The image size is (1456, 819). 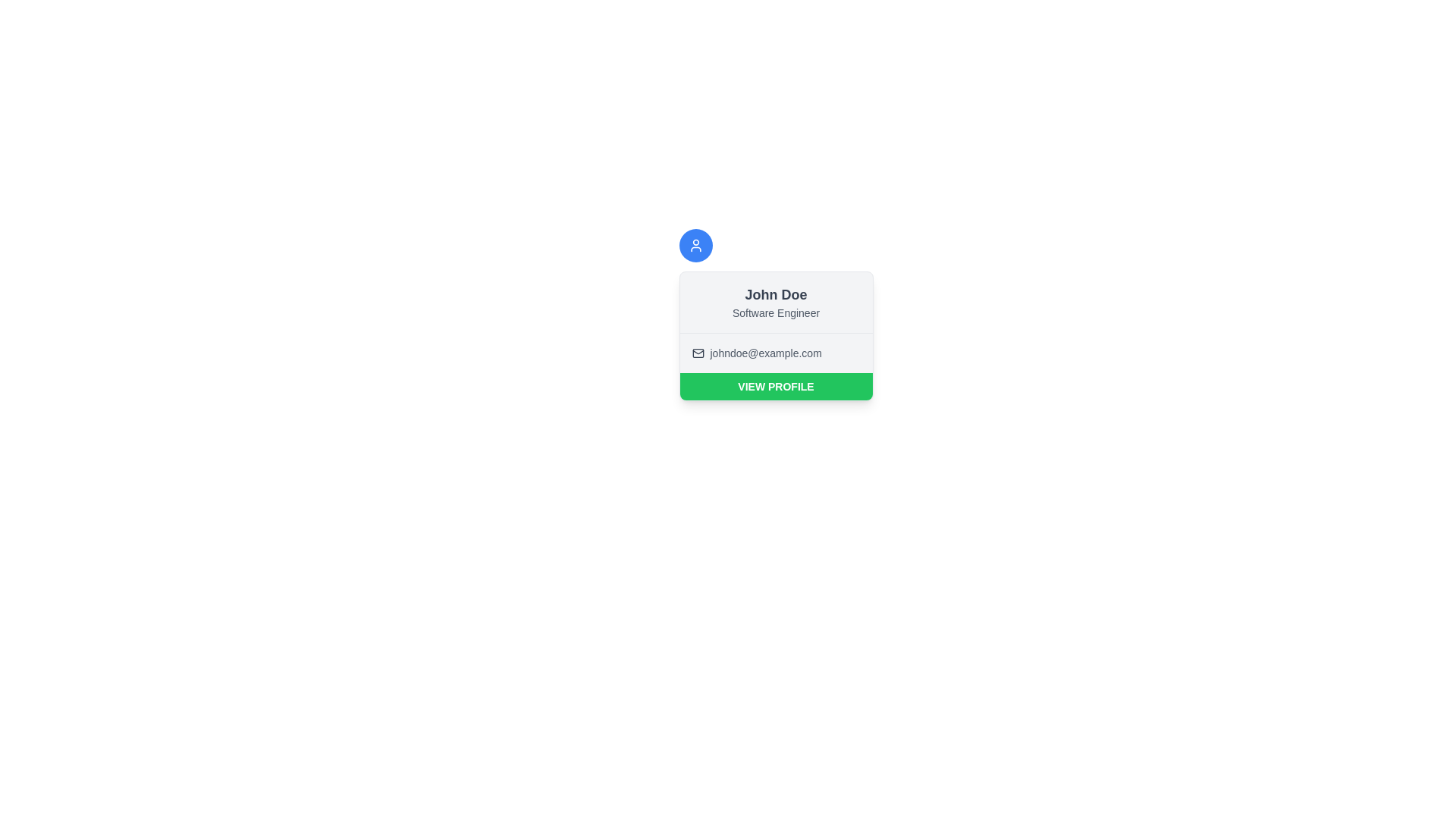 What do you see at coordinates (776, 295) in the screenshot?
I see `the text 'John Doe' to potentially trigger additional visual effects` at bounding box center [776, 295].